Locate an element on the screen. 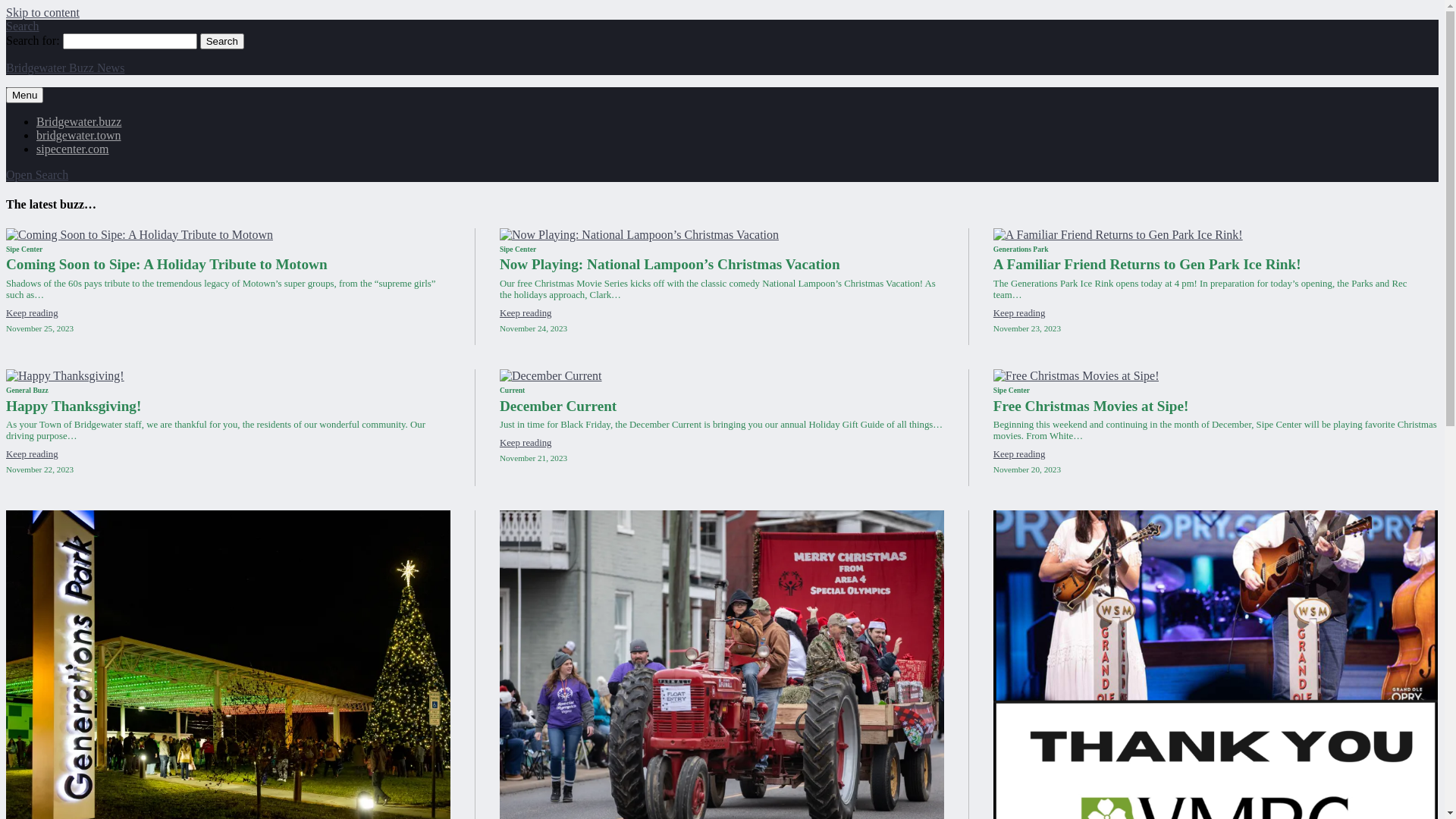  'bridgewater.town' is located at coordinates (78, 134).